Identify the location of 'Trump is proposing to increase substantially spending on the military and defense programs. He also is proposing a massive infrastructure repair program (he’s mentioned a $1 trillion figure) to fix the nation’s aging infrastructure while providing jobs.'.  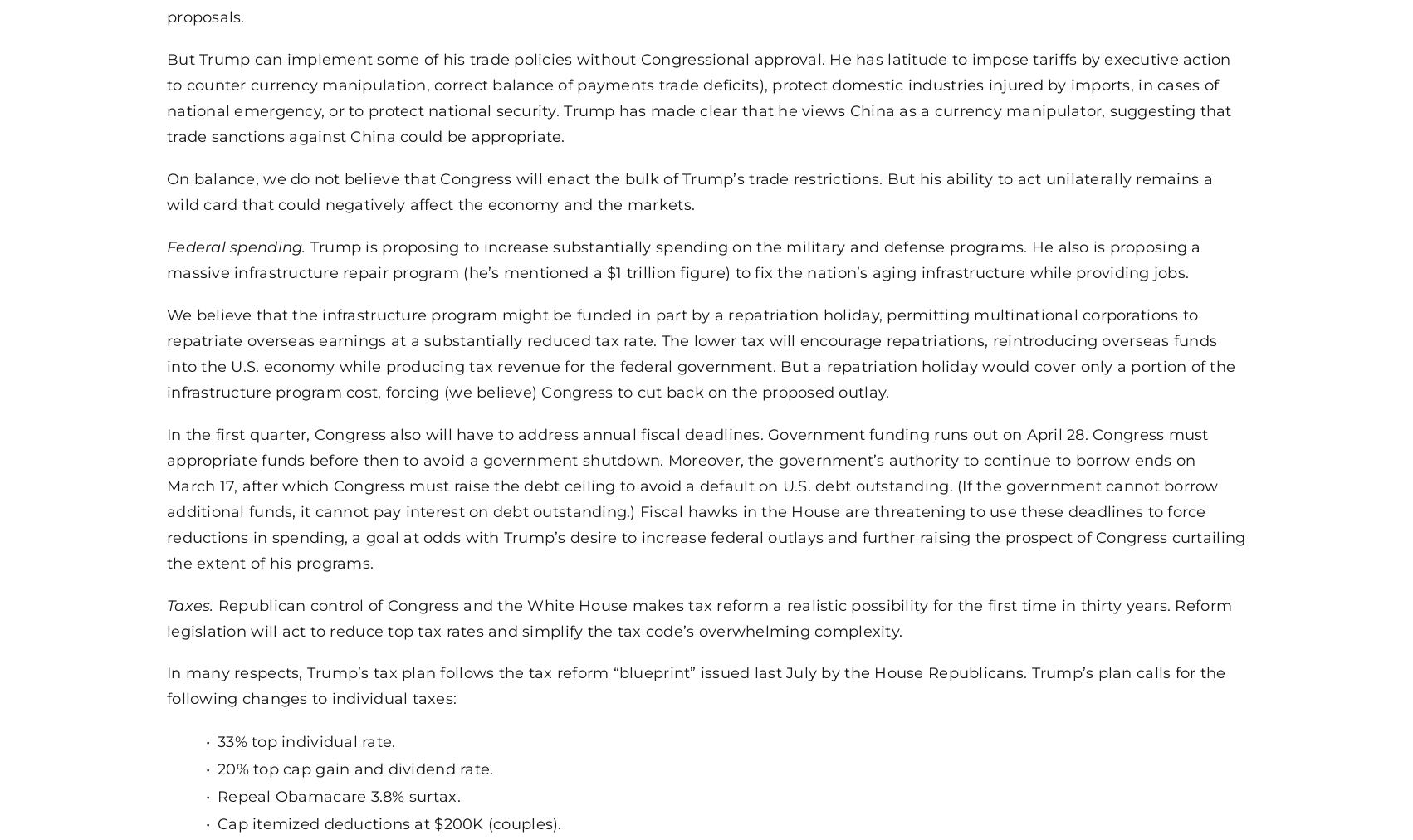
(682, 258).